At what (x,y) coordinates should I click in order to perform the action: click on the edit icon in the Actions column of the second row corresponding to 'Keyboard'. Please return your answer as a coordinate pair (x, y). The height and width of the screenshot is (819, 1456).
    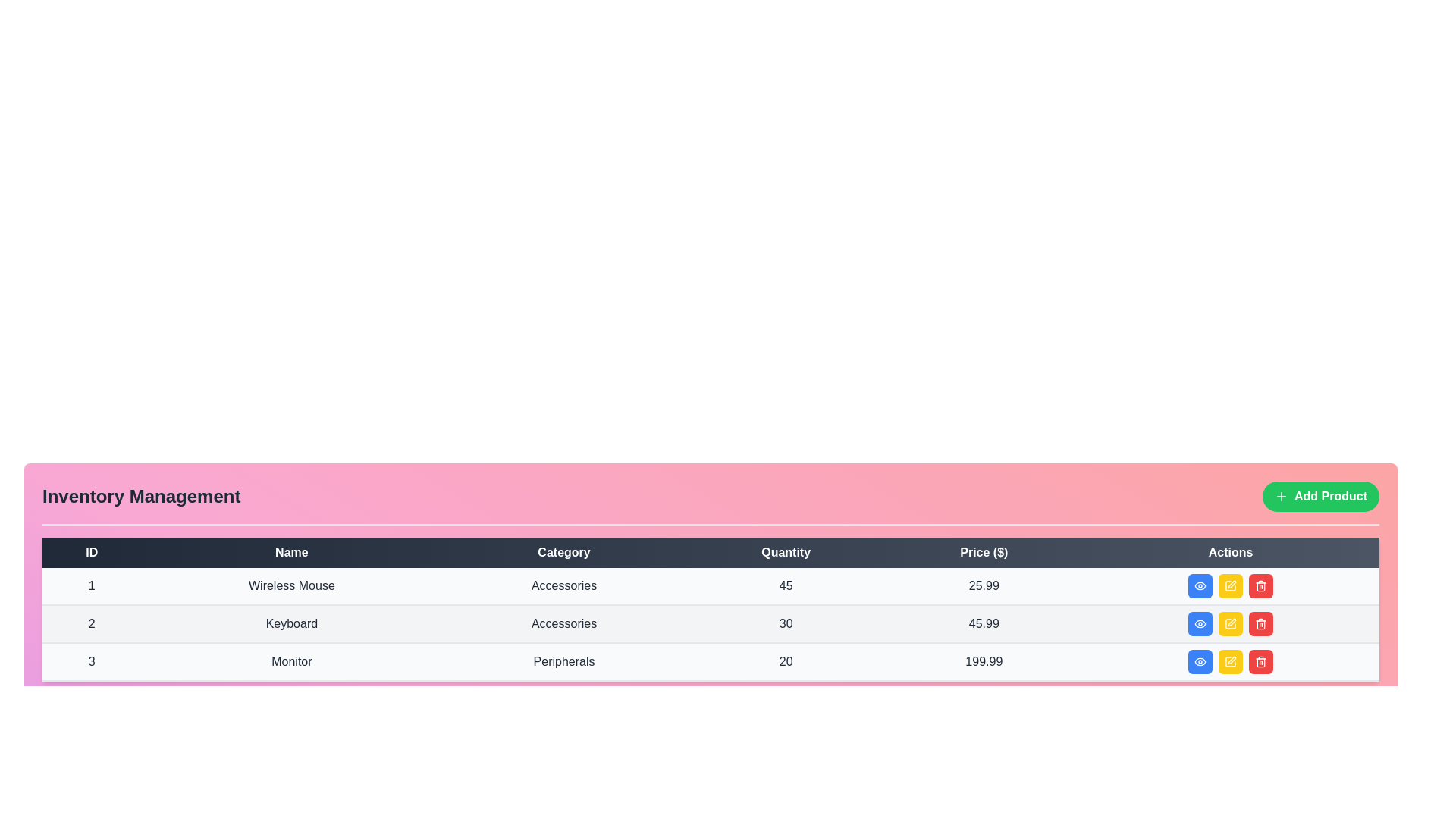
    Looking at the image, I should click on (1231, 585).